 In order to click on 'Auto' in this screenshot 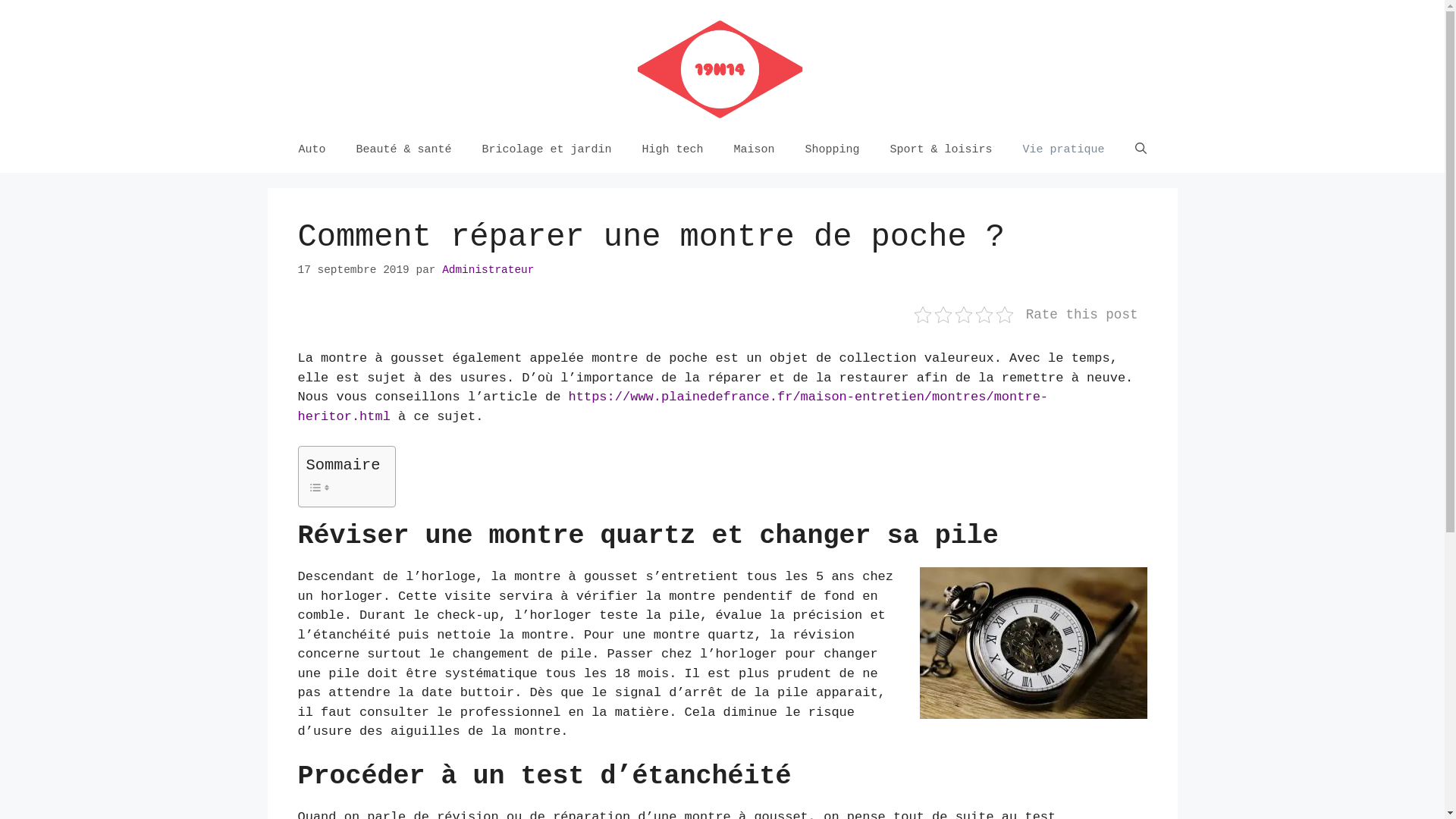, I will do `click(311, 149)`.